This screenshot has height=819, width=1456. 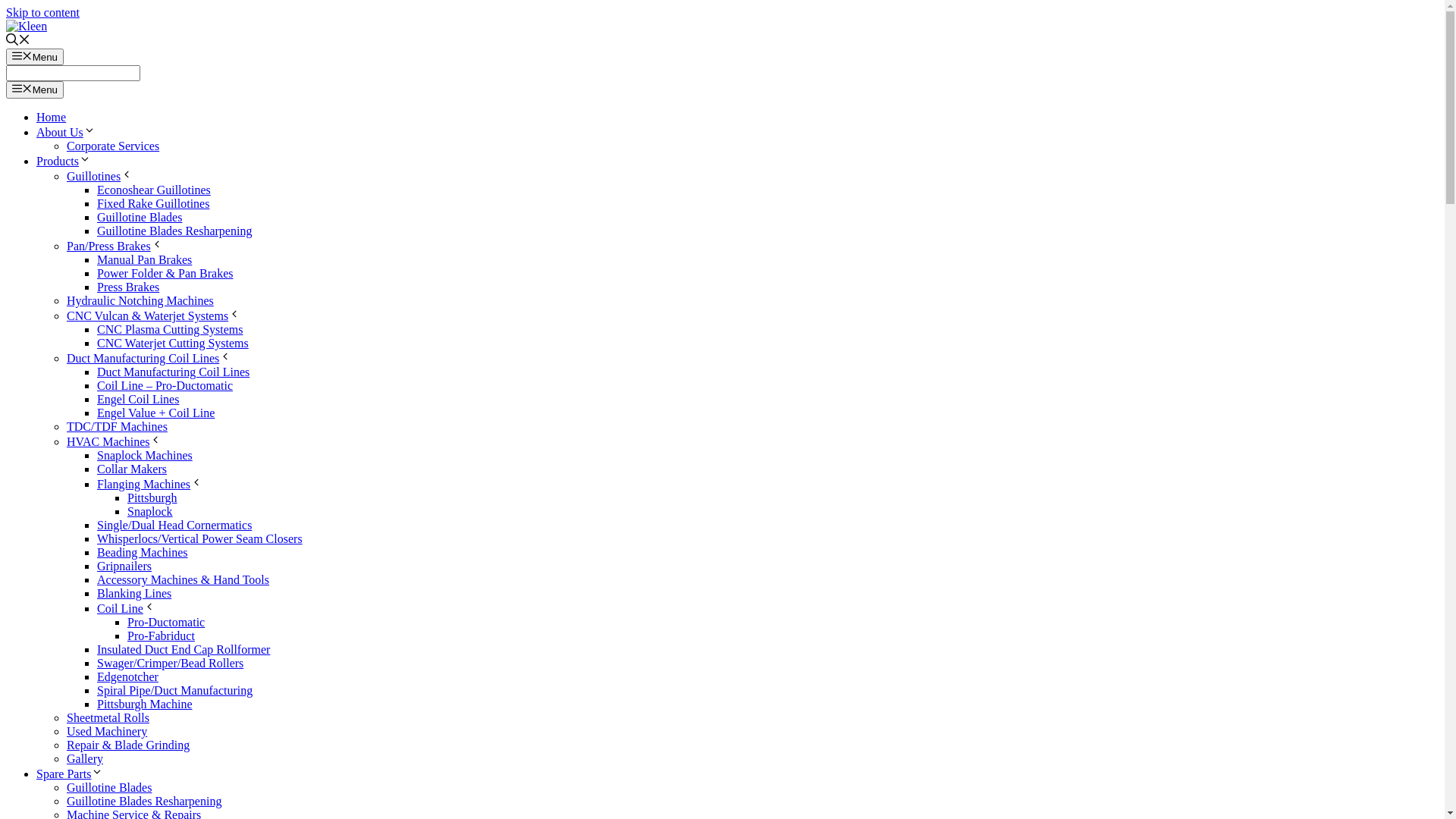 What do you see at coordinates (96, 566) in the screenshot?
I see `'Gripnailers'` at bounding box center [96, 566].